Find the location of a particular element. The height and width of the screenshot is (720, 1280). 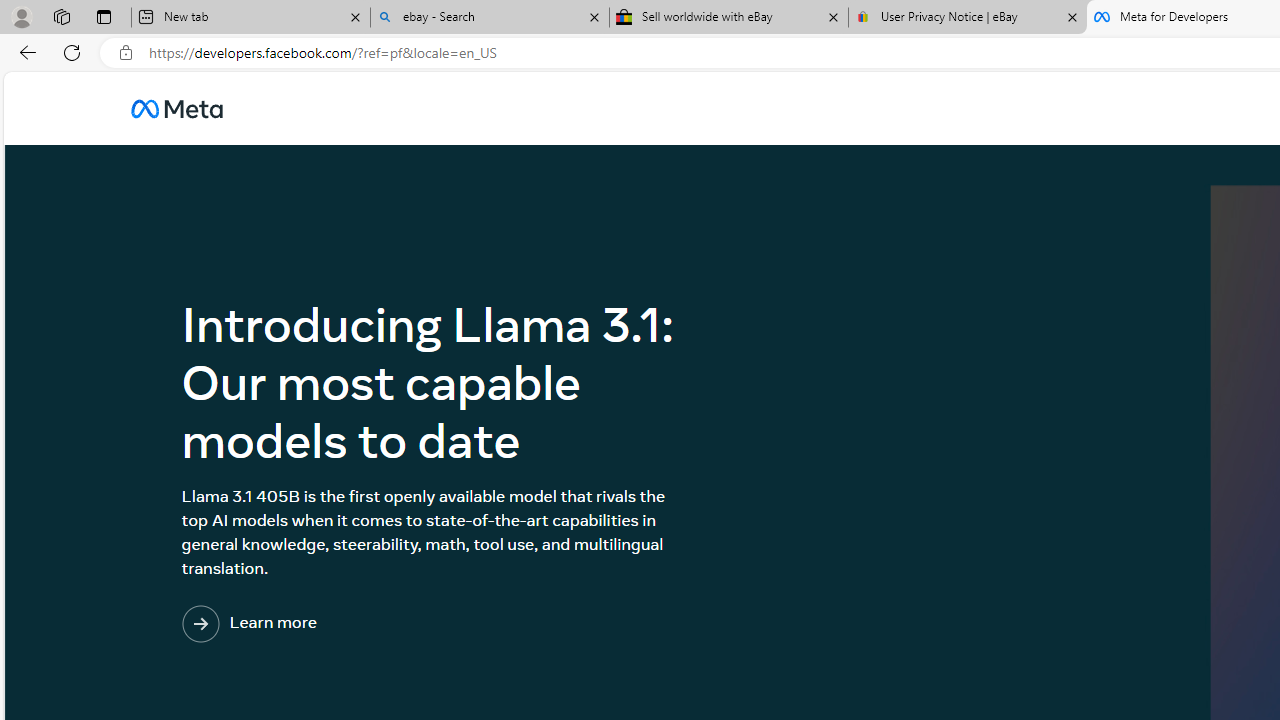

'User Privacy Notice | eBay' is located at coordinates (967, 17).